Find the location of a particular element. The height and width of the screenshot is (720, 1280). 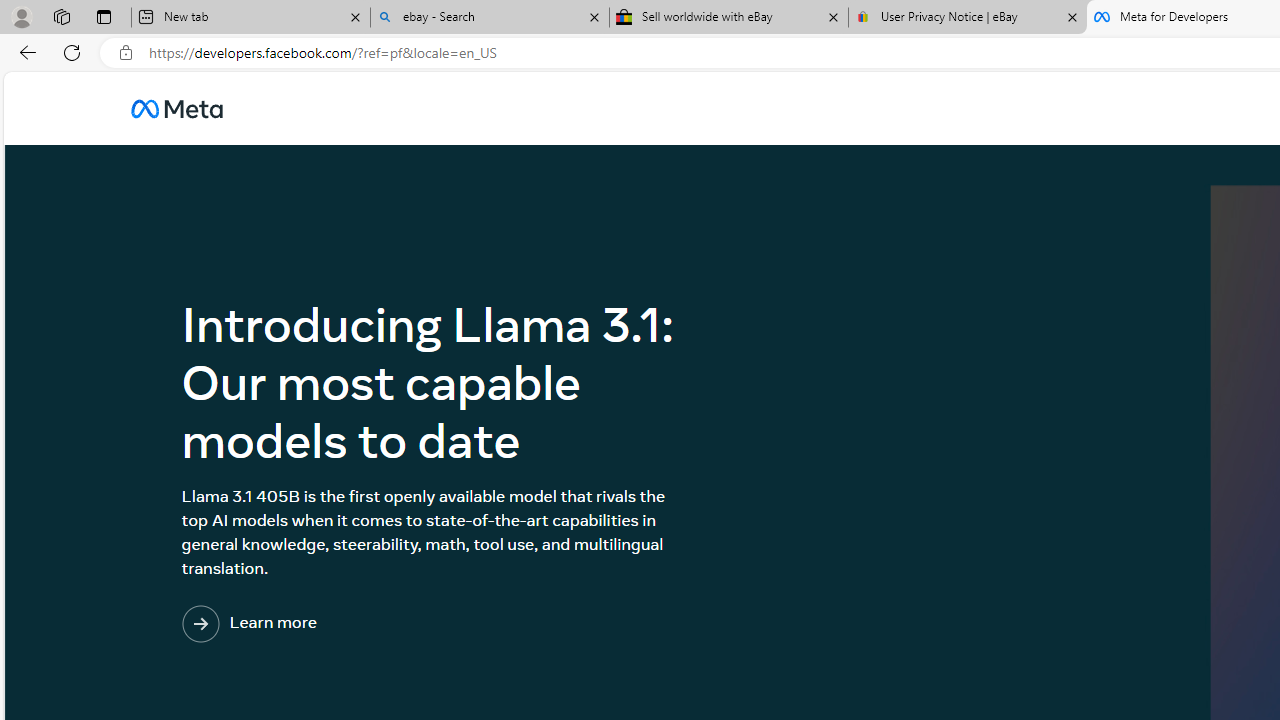

'User Privacy Notice | eBay' is located at coordinates (967, 17).